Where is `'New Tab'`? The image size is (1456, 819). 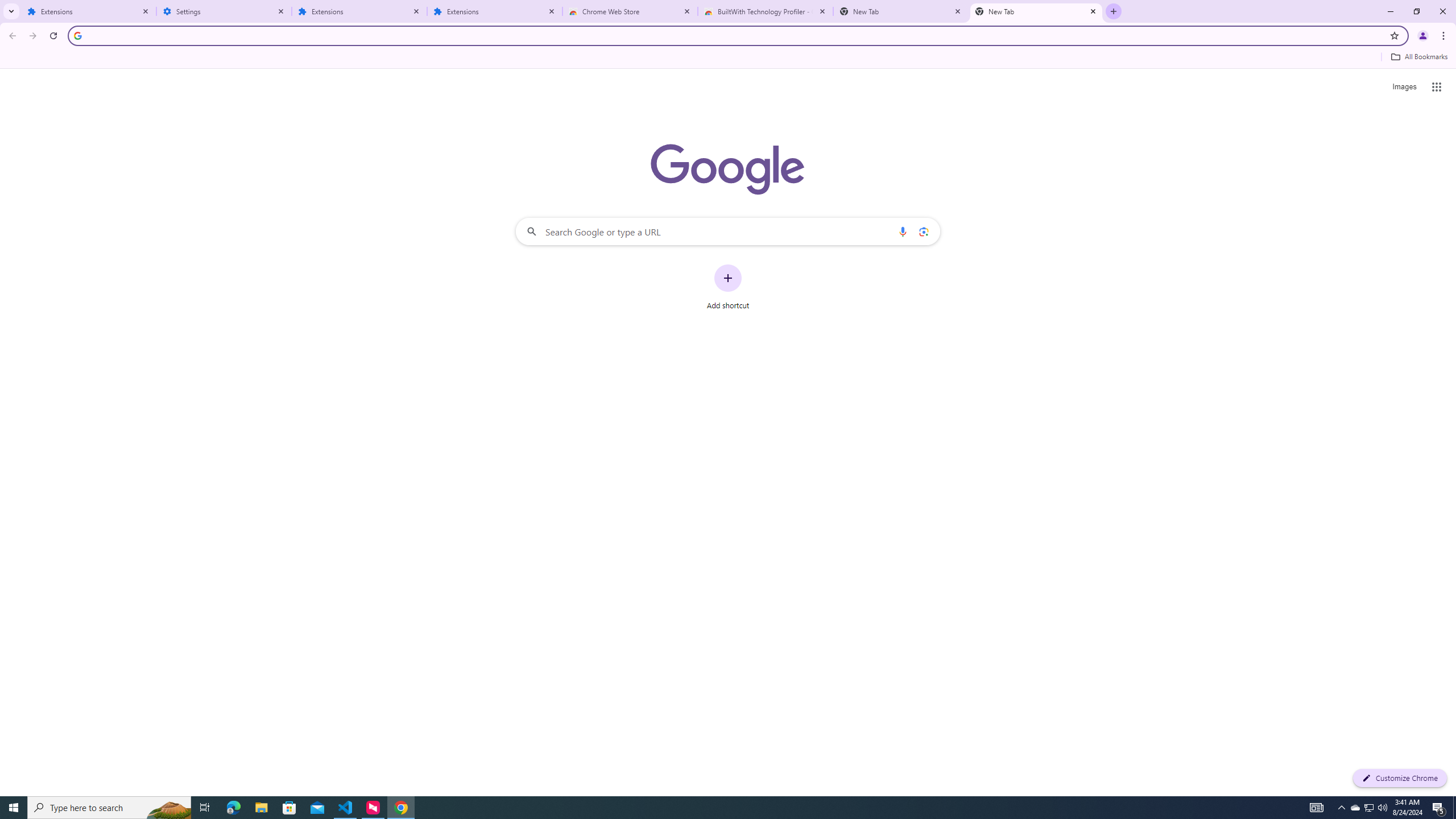
'New Tab' is located at coordinates (1036, 11).